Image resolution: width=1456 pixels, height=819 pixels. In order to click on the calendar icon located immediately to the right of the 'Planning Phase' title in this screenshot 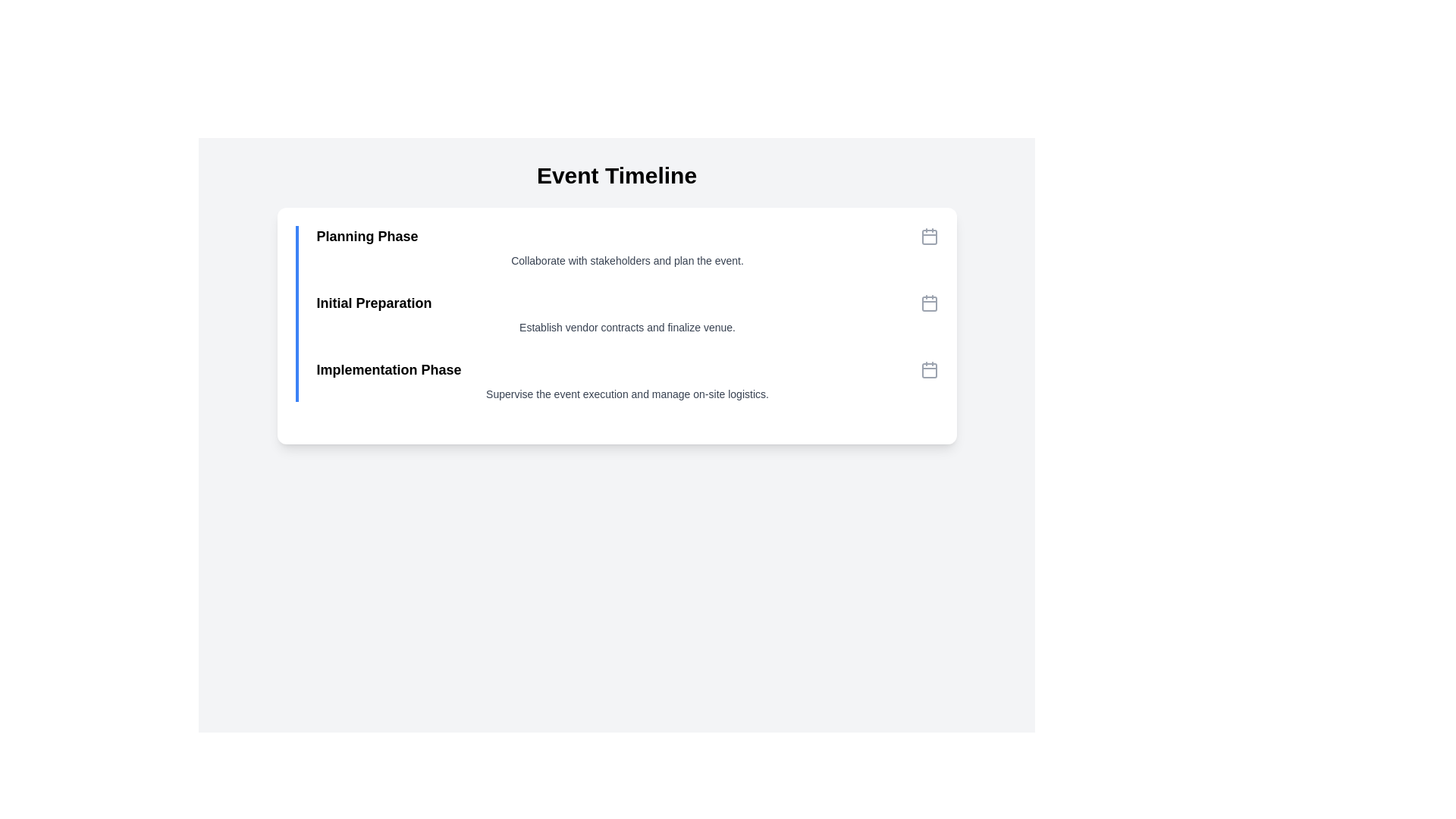, I will do `click(928, 237)`.